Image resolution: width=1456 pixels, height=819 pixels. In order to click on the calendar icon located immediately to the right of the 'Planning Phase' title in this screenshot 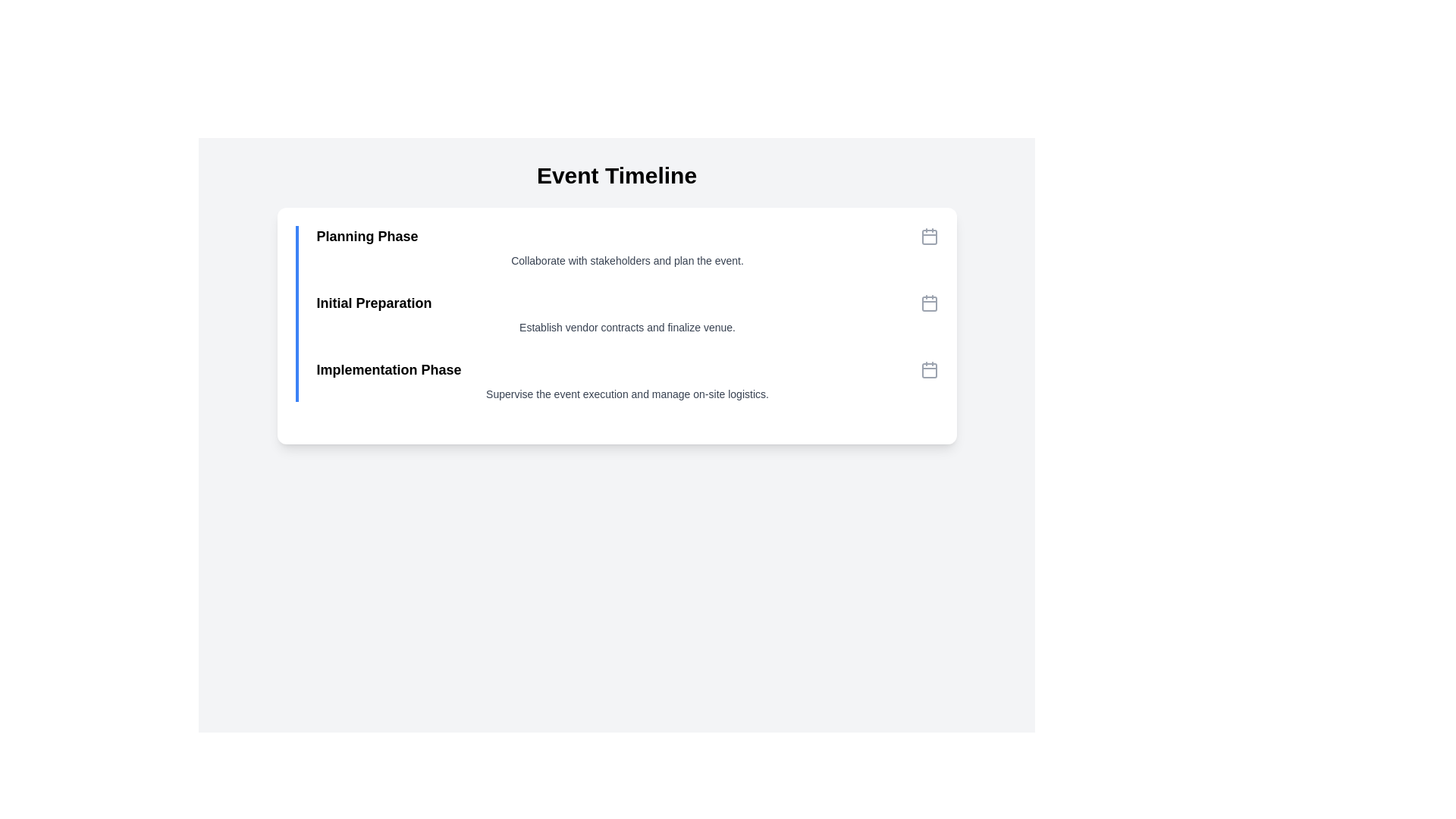, I will do `click(928, 237)`.